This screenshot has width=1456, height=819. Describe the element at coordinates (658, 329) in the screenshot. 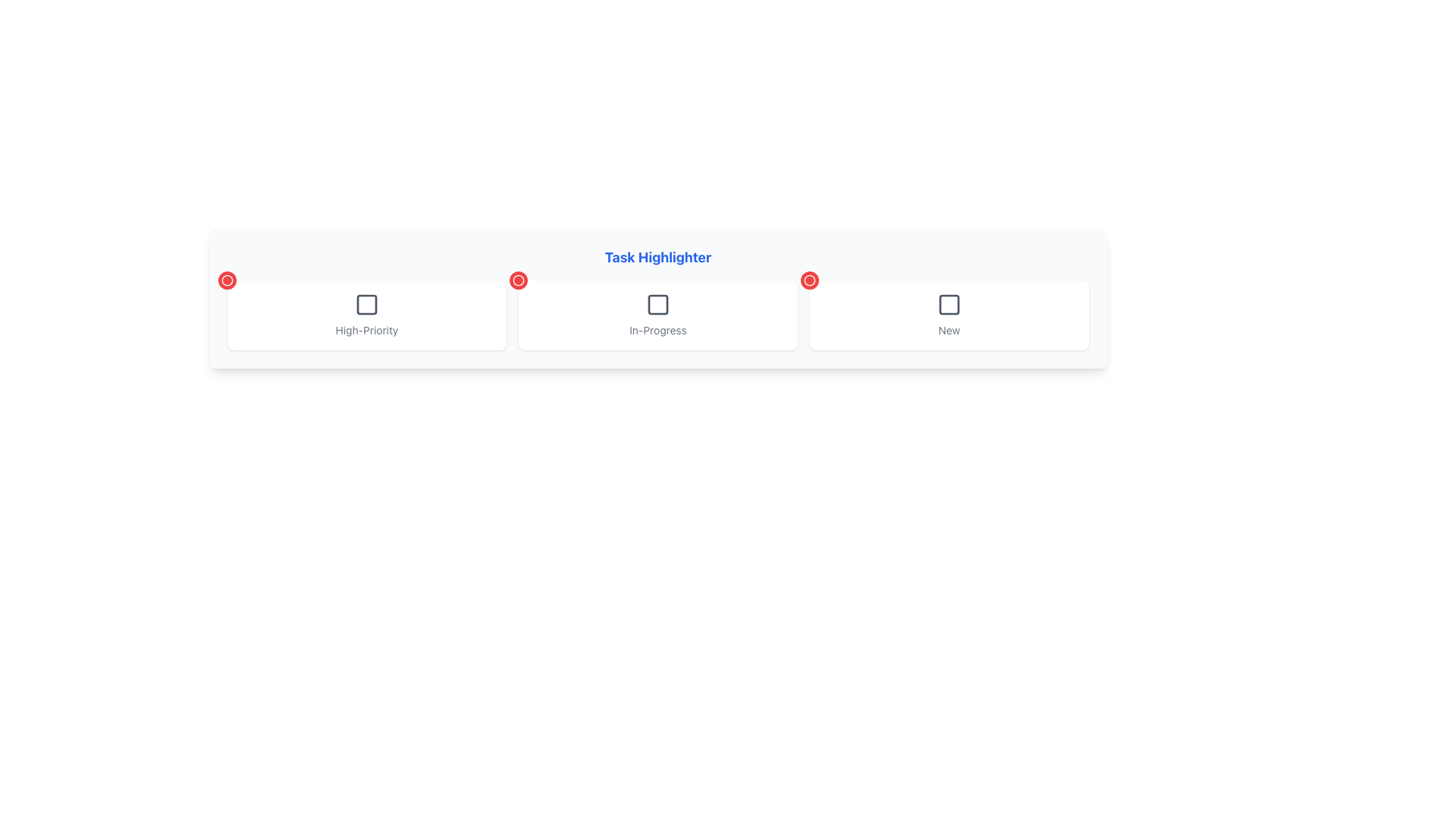

I see `the text label displaying 'In-Progress' in gray color, which is centered in the middle box of a three-box layout, positioned below a checkbox icon` at that location.